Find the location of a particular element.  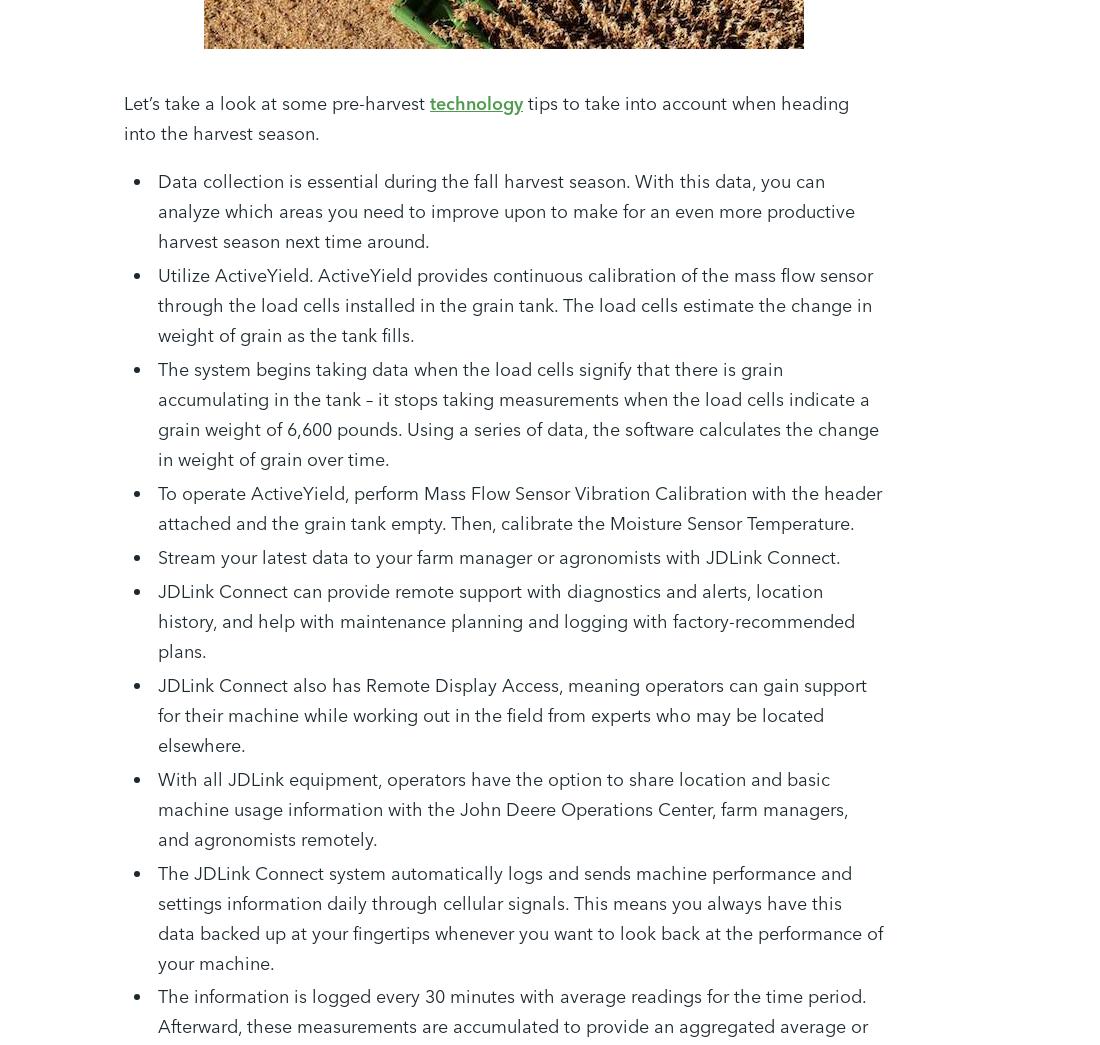

'The JDLink Connect system automatically logs and sends machine performance and settings information daily through cellular signals. This means you always have this data backed up at your fingertips whenever you want to look back at the performance of your machine.' is located at coordinates (520, 917).